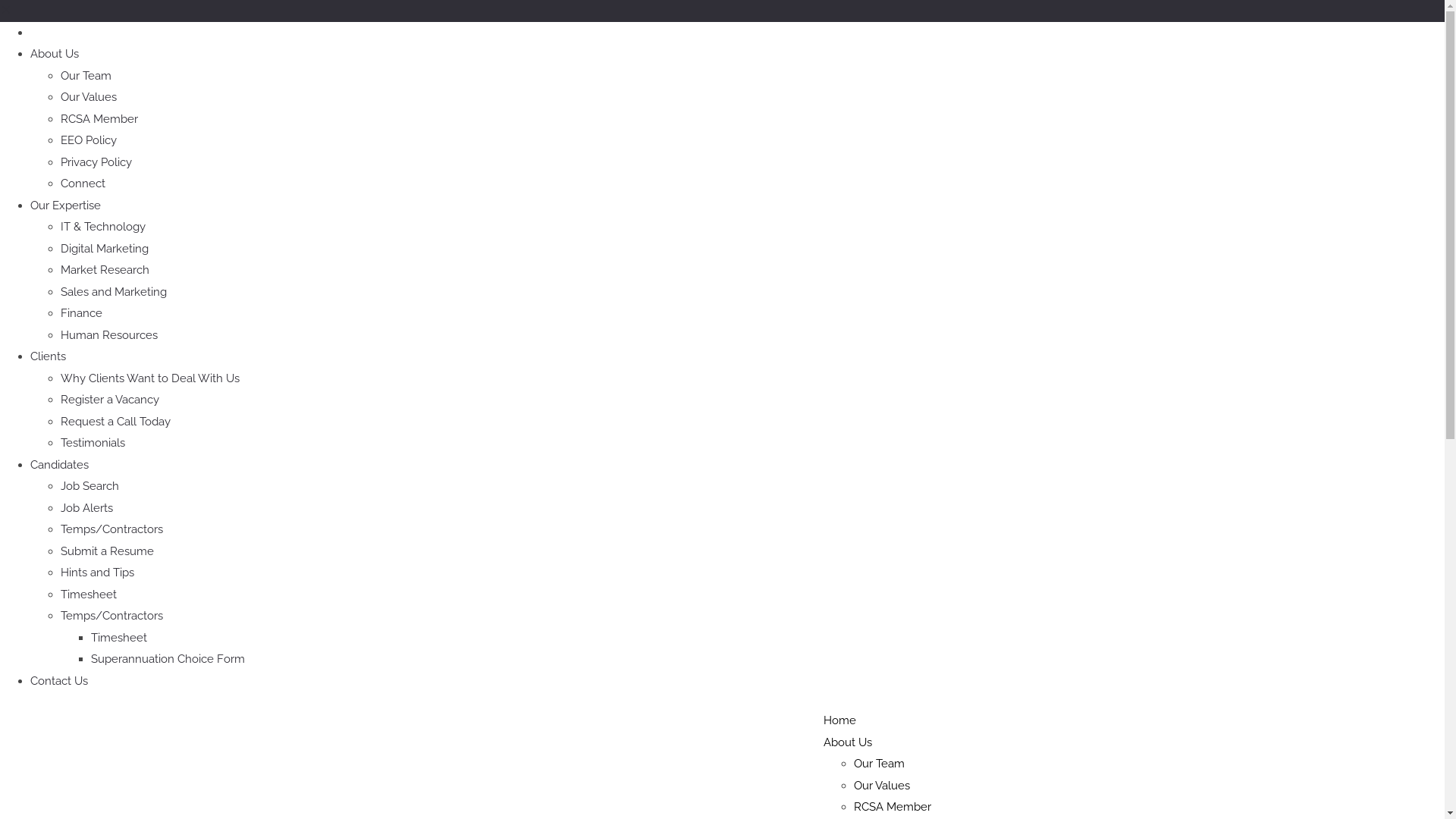  Describe the element at coordinates (64, 205) in the screenshot. I see `'Our Expertise'` at that location.